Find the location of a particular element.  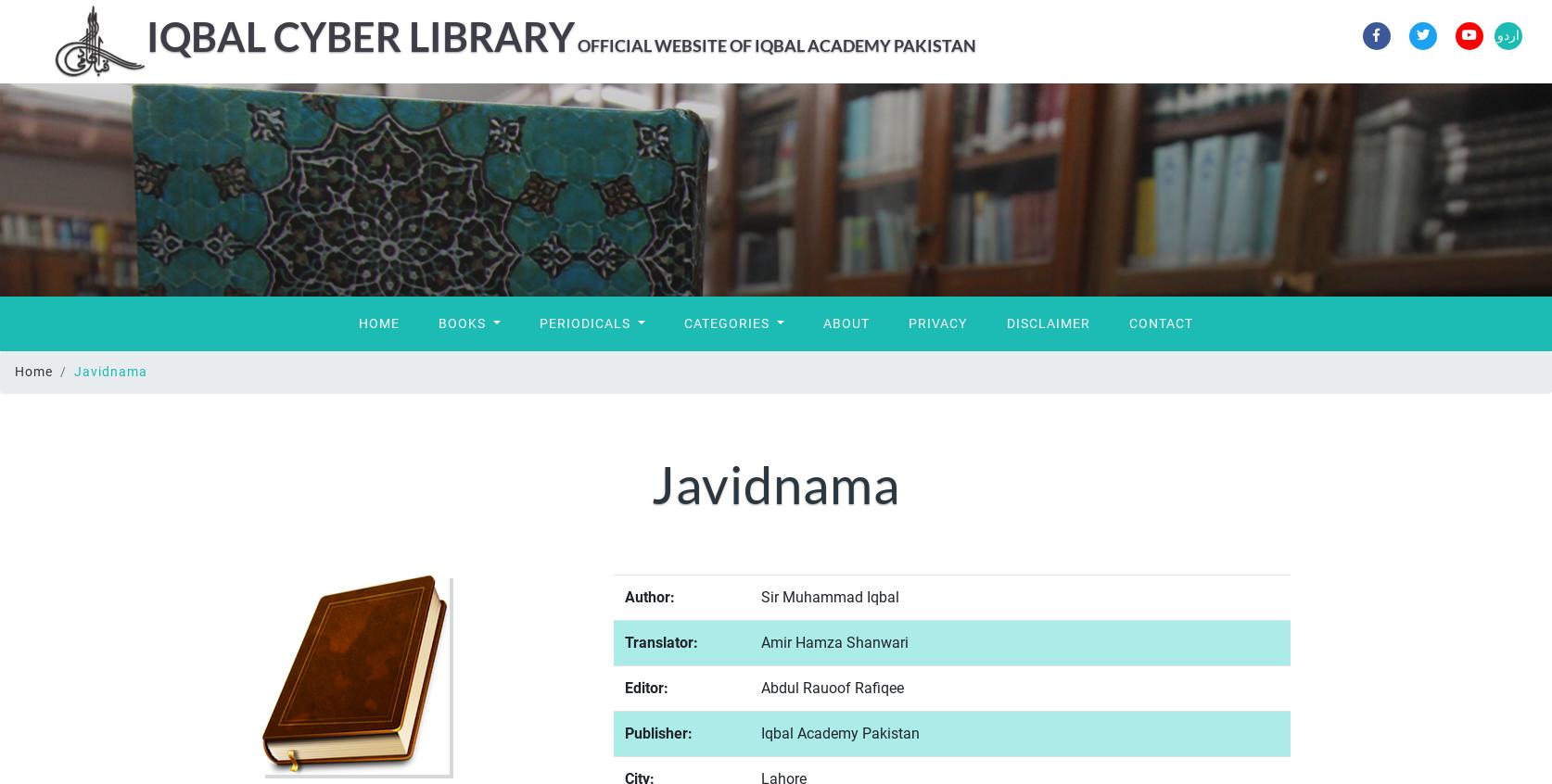

'Sir Muhammad Iqbal' is located at coordinates (829, 596).